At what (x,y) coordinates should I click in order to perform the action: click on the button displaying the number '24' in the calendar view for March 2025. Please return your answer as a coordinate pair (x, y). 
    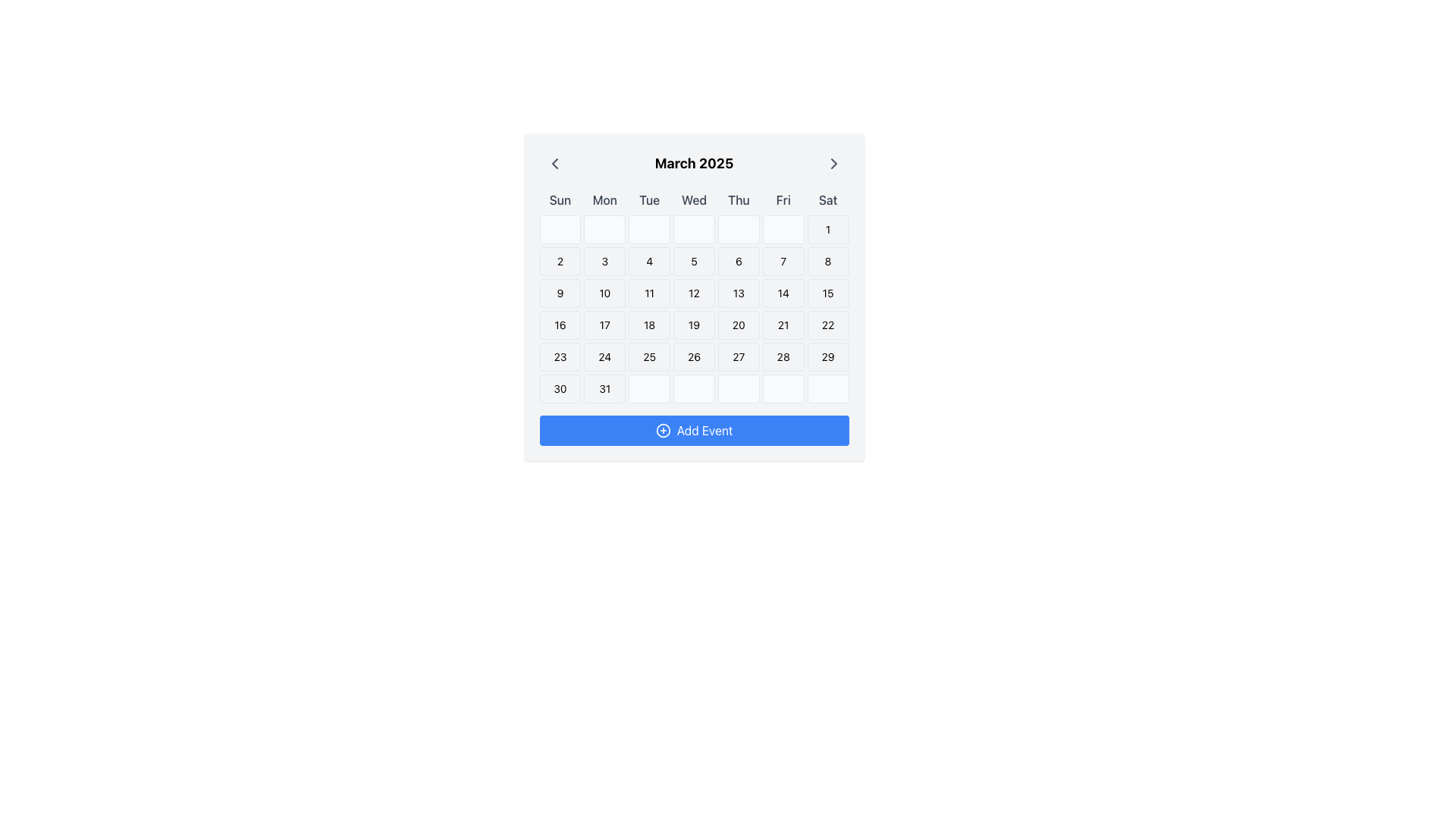
    Looking at the image, I should click on (604, 356).